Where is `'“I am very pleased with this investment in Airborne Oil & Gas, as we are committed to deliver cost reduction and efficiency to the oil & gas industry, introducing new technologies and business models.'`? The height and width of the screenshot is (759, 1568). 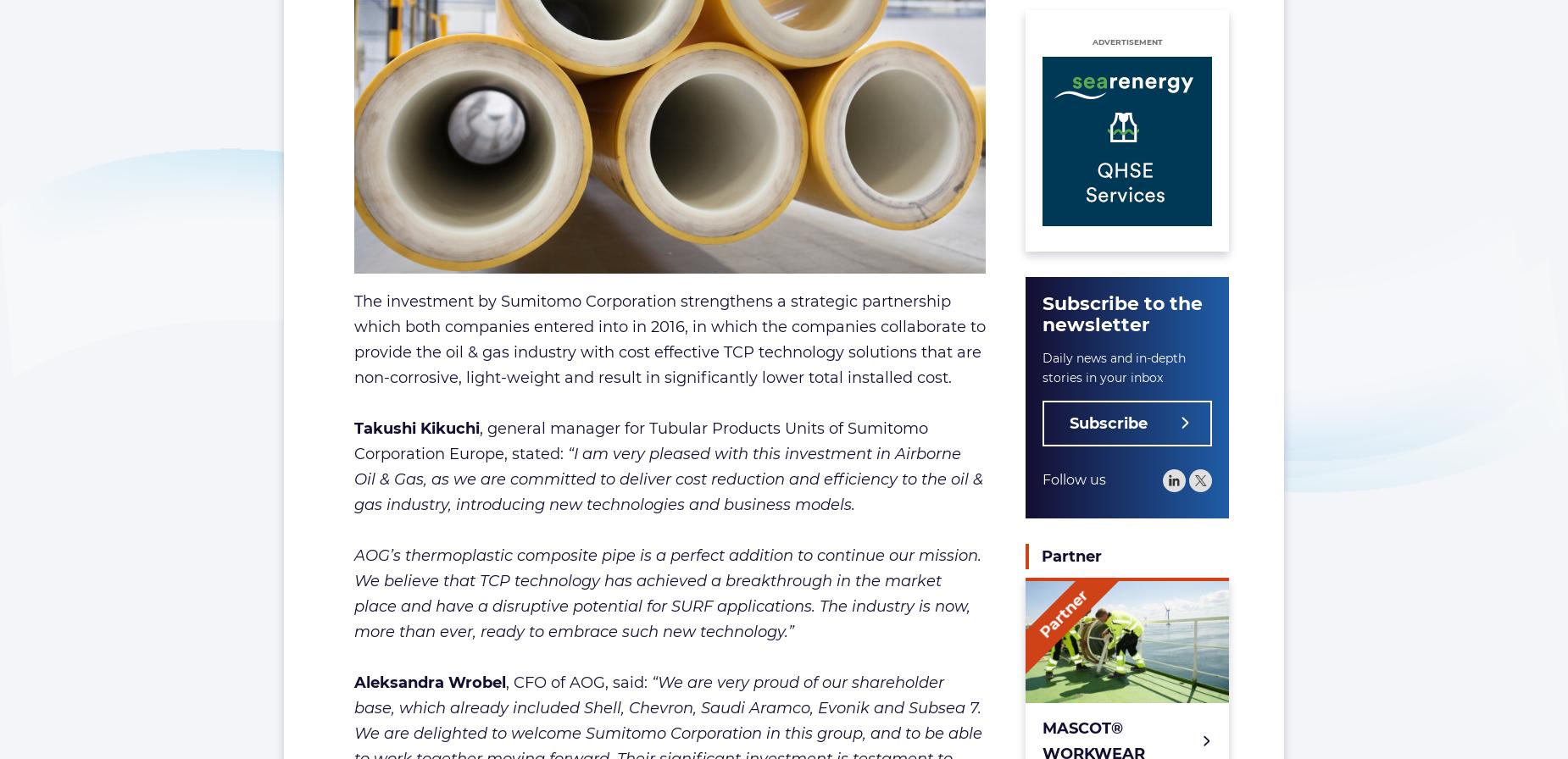 '“I am very pleased with this investment in Airborne Oil & Gas, as we are committed to deliver cost reduction and efficiency to the oil & gas industry, introducing new technologies and business models.' is located at coordinates (667, 479).